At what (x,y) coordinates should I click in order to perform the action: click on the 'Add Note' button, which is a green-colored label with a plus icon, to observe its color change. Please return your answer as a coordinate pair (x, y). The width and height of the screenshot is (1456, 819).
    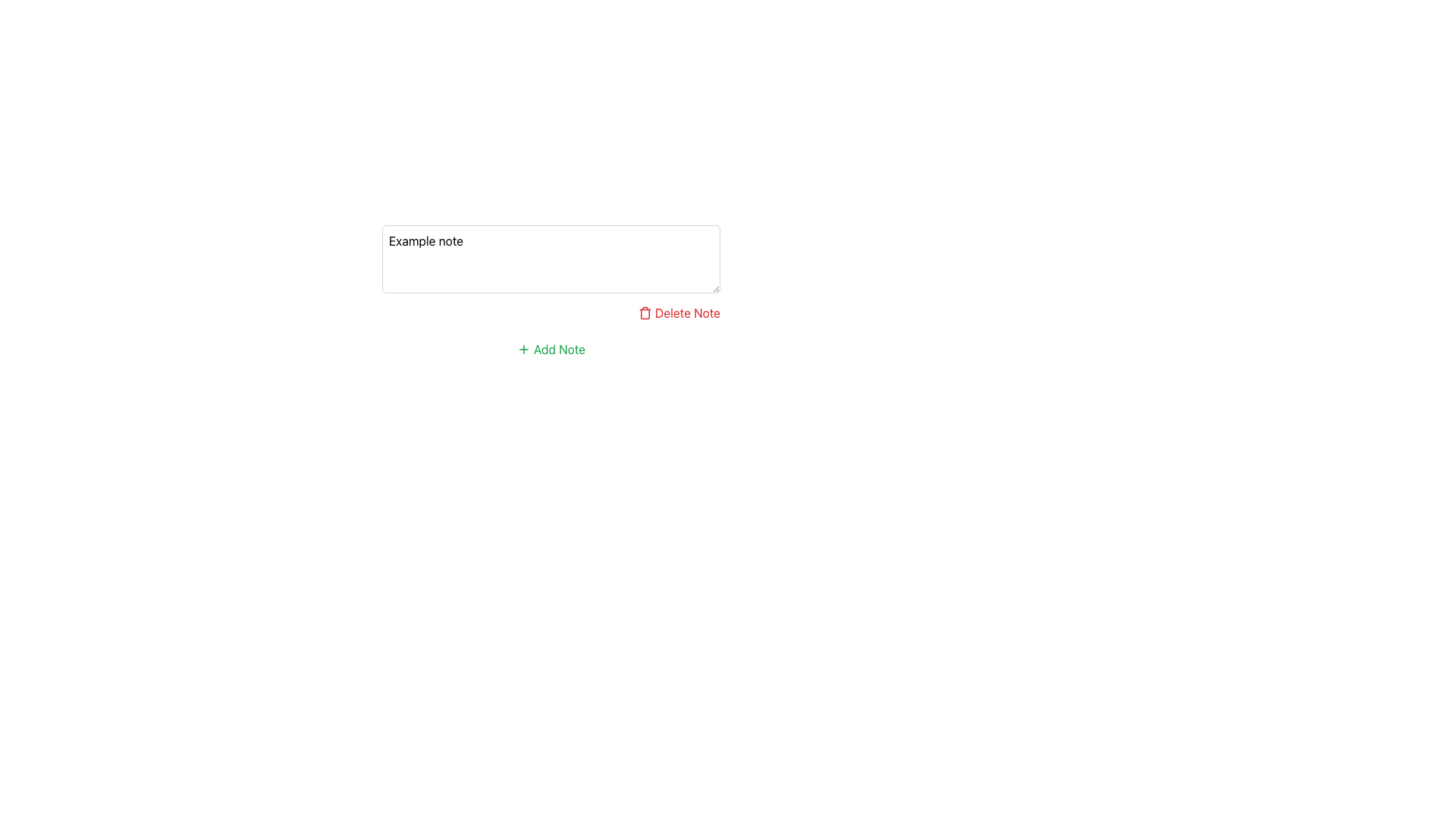
    Looking at the image, I should click on (550, 350).